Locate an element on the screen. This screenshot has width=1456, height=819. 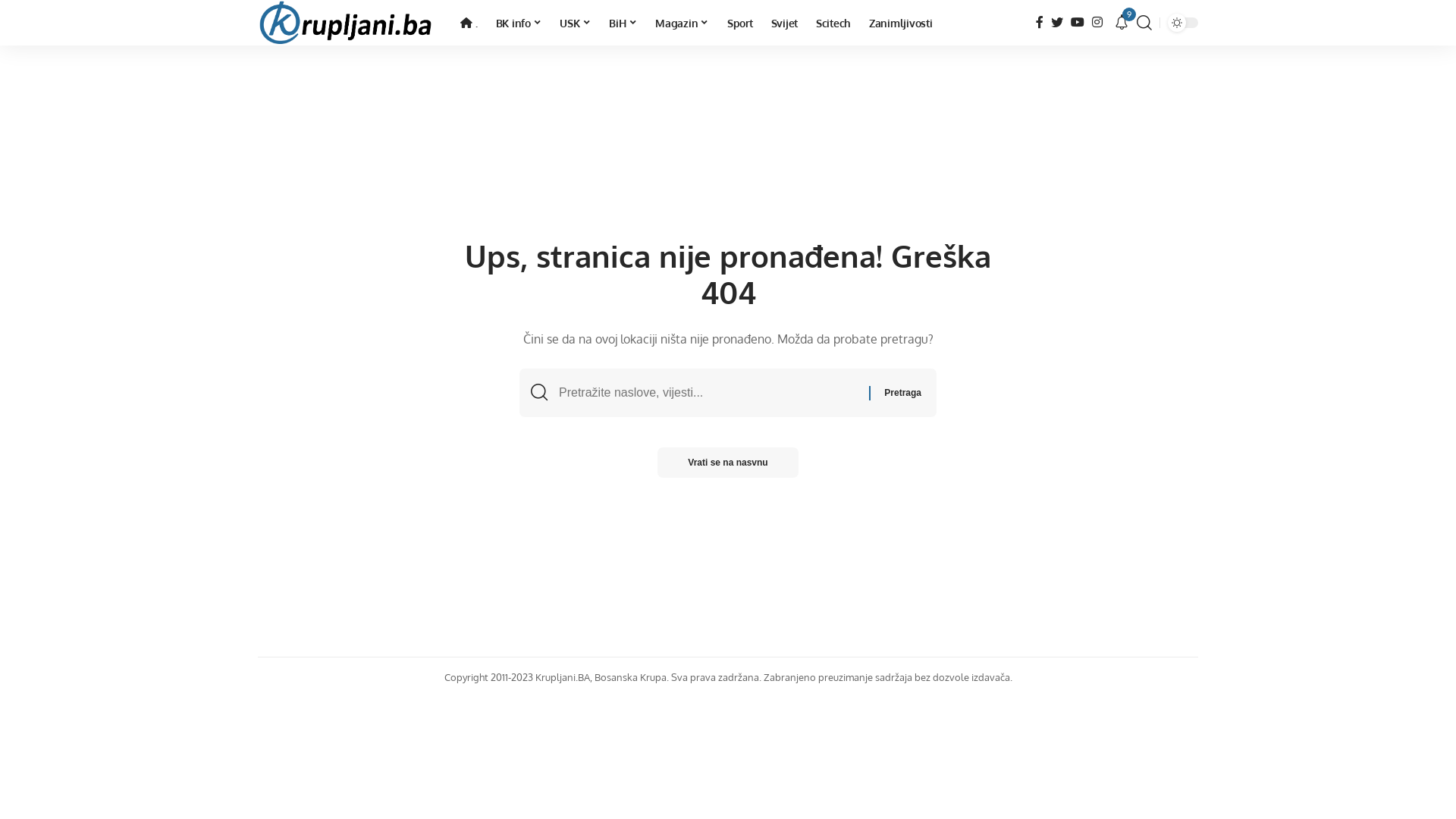
'.' is located at coordinates (468, 23).